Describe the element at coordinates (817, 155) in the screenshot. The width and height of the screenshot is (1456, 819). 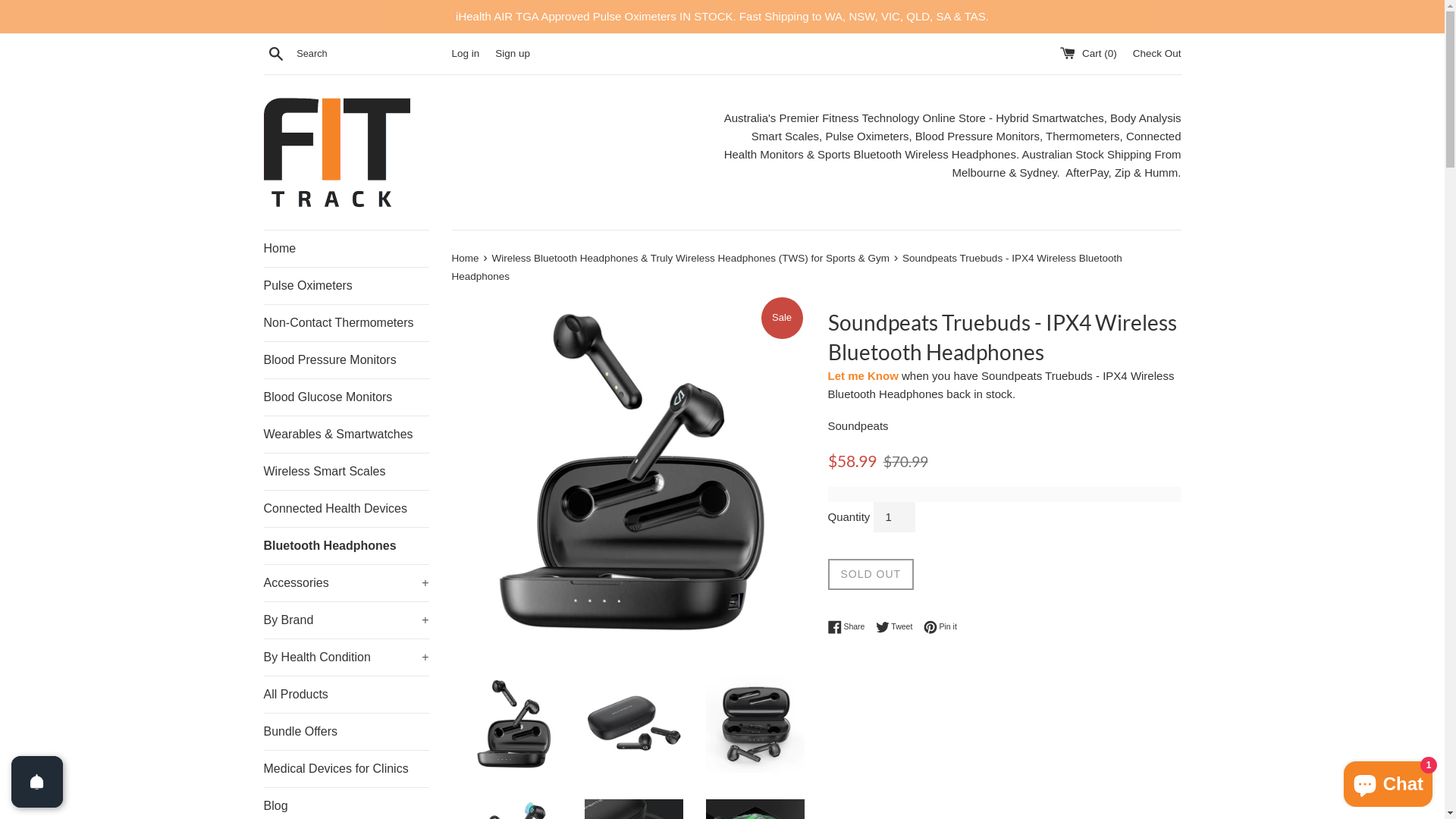
I see `'Sports Bluetooth Wireless Headphones'` at that location.